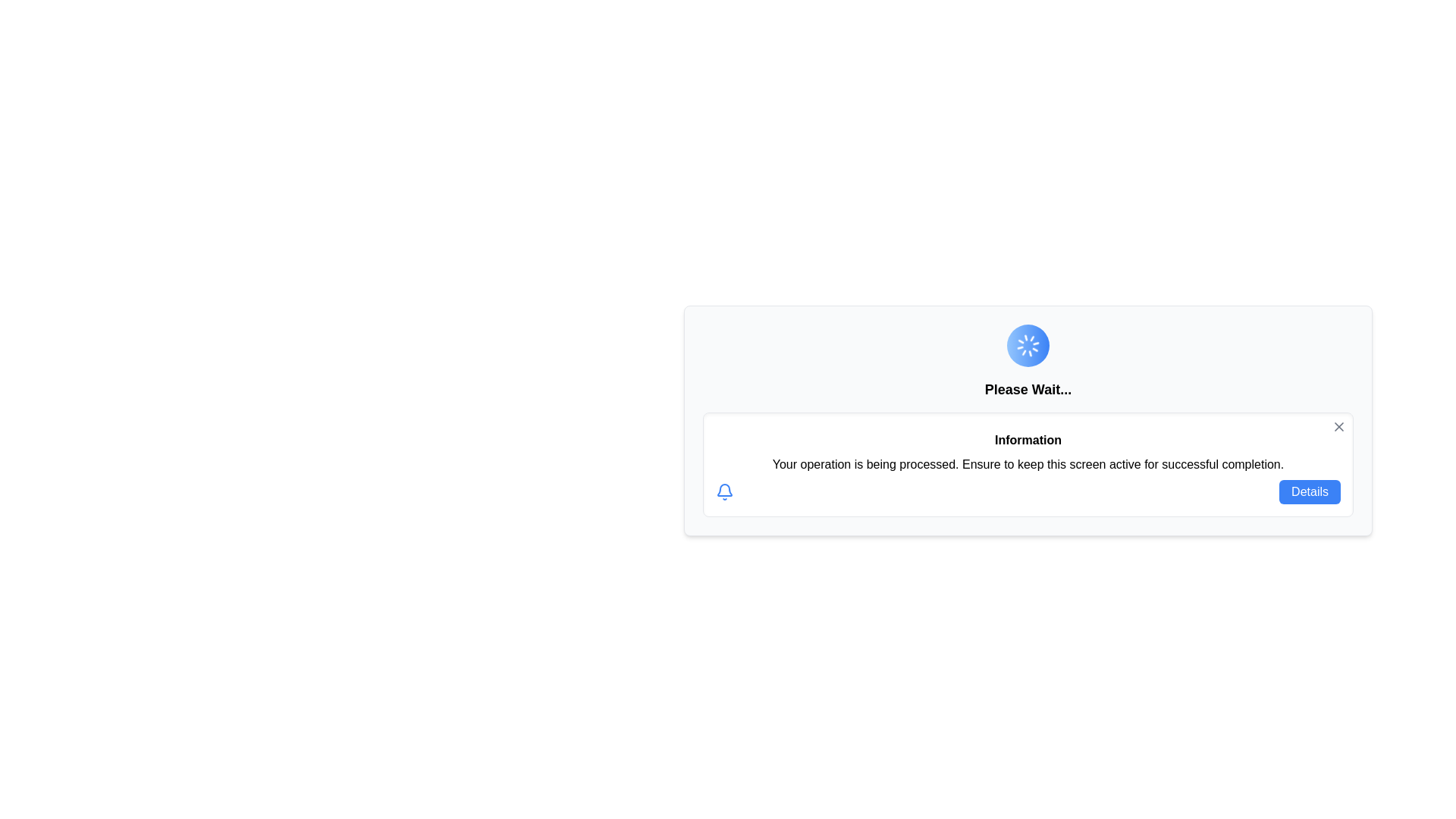 The image size is (1456, 819). Describe the element at coordinates (1339, 427) in the screenshot. I see `the Close icon (small 'X' button) located in the top-right corner of the bordered section` at that location.